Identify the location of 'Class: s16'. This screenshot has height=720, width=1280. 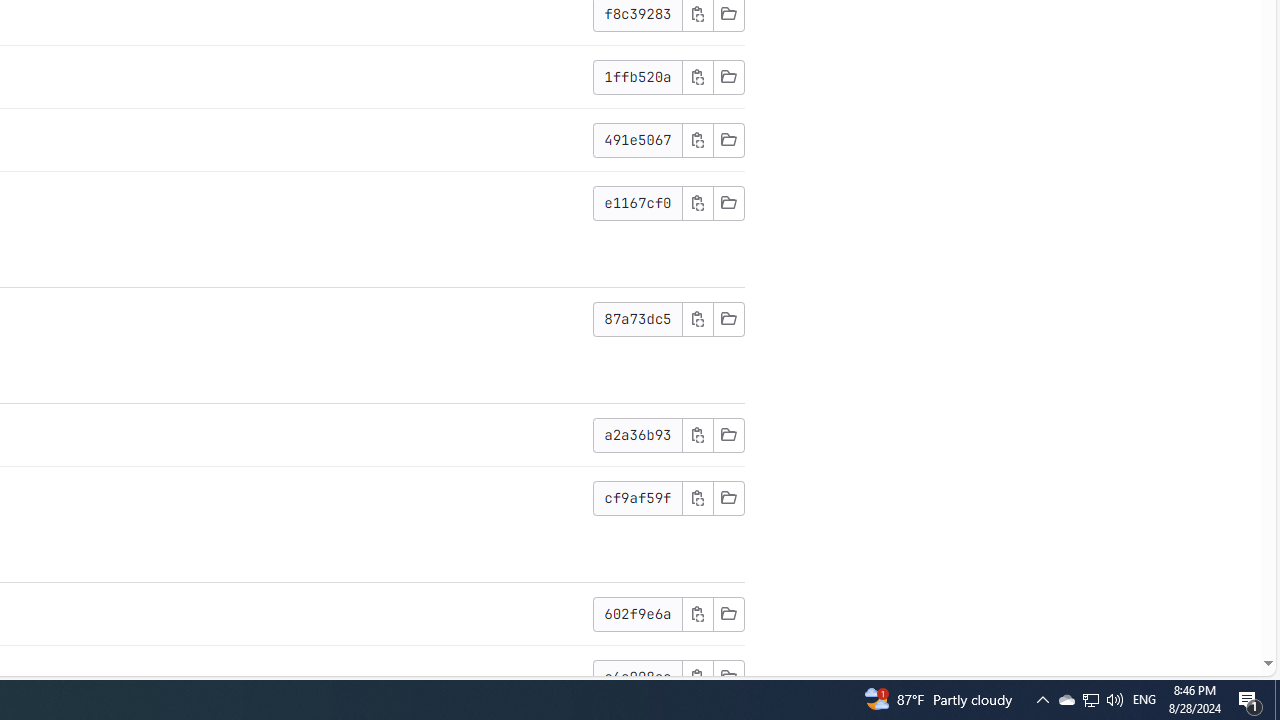
(727, 675).